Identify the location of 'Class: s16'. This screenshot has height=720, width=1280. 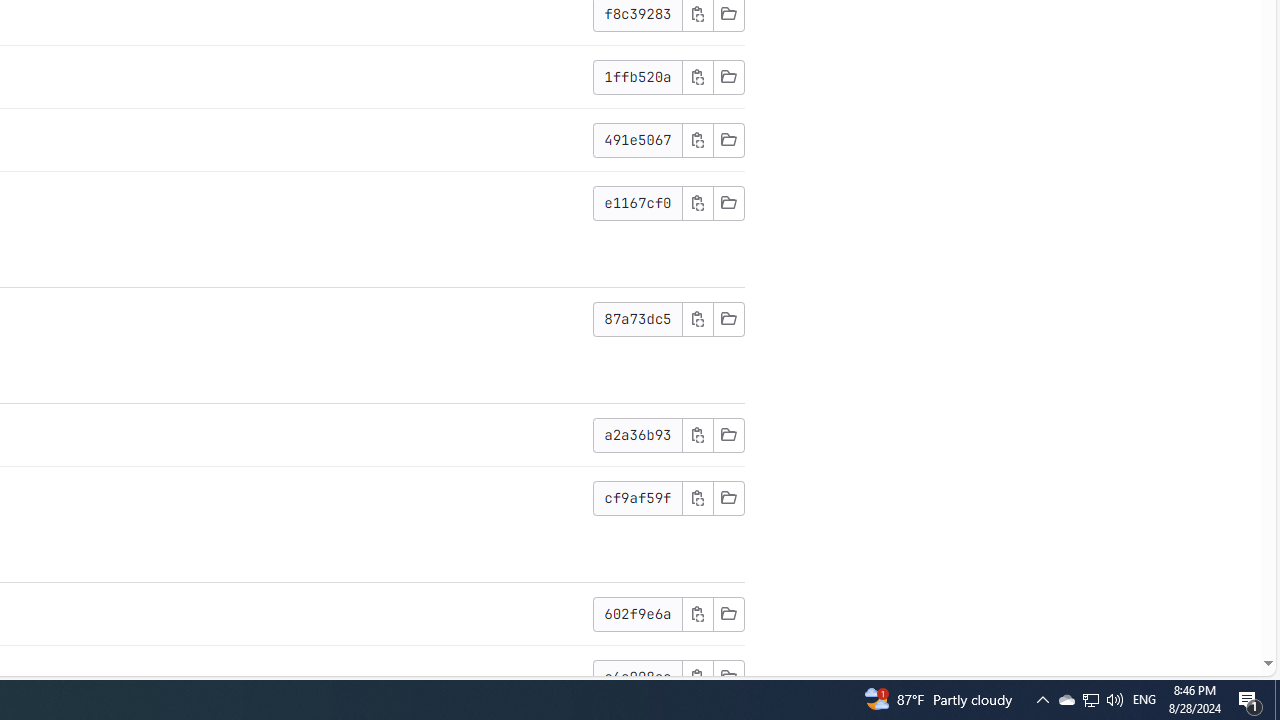
(727, 675).